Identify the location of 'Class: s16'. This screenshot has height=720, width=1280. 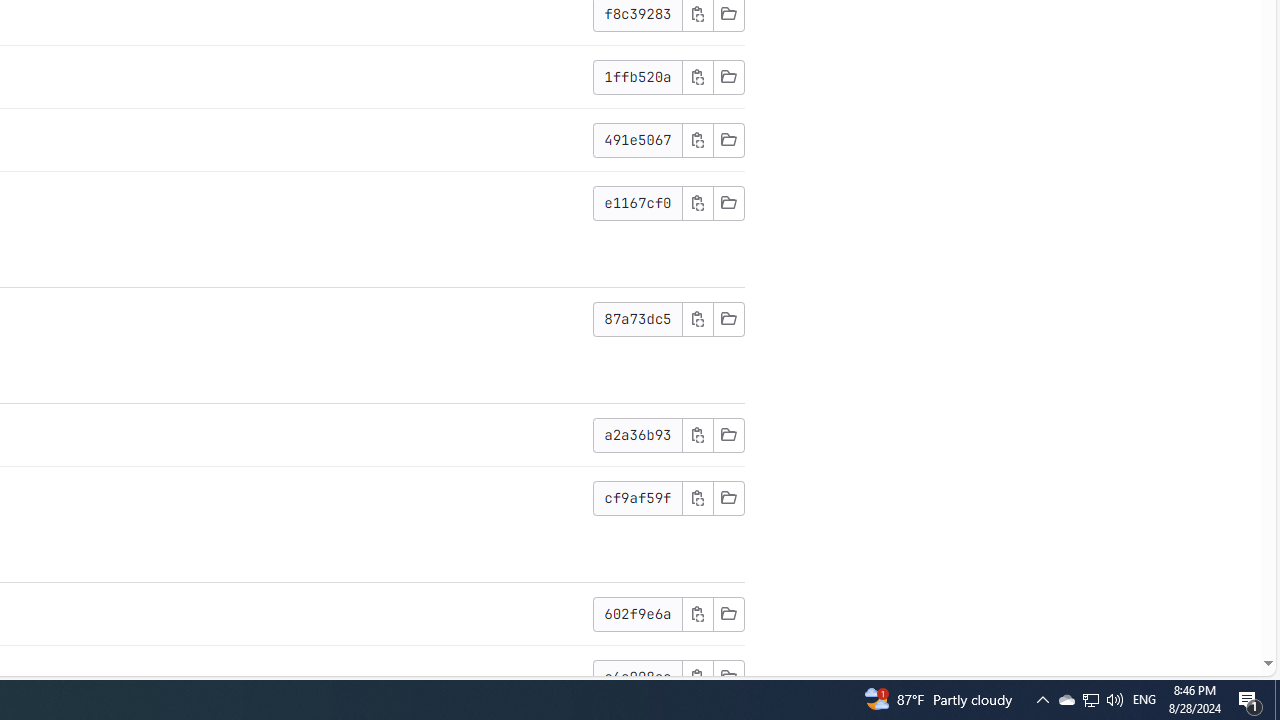
(727, 675).